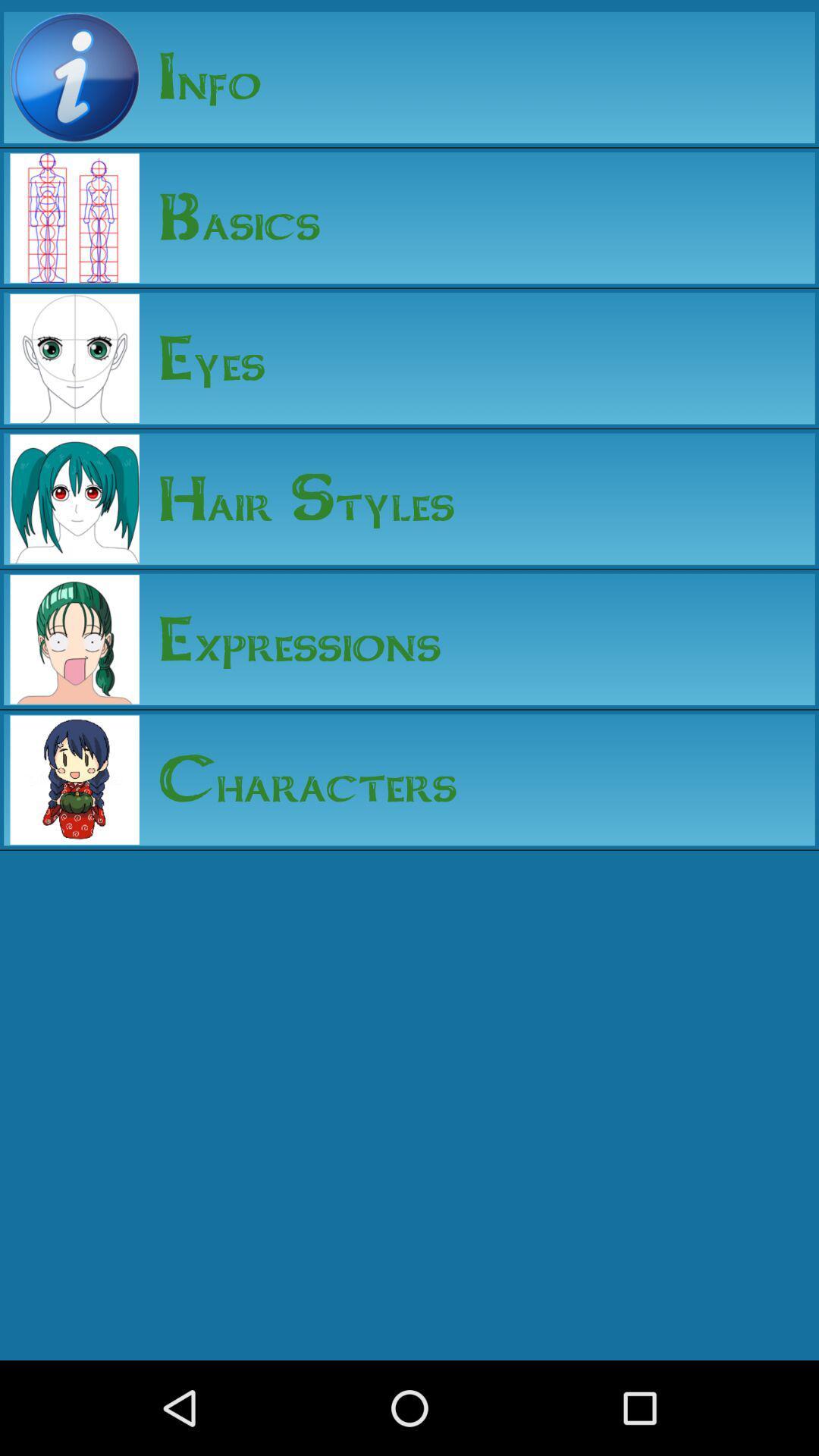 The height and width of the screenshot is (1456, 819). What do you see at coordinates (297, 498) in the screenshot?
I see `the hair styles app` at bounding box center [297, 498].